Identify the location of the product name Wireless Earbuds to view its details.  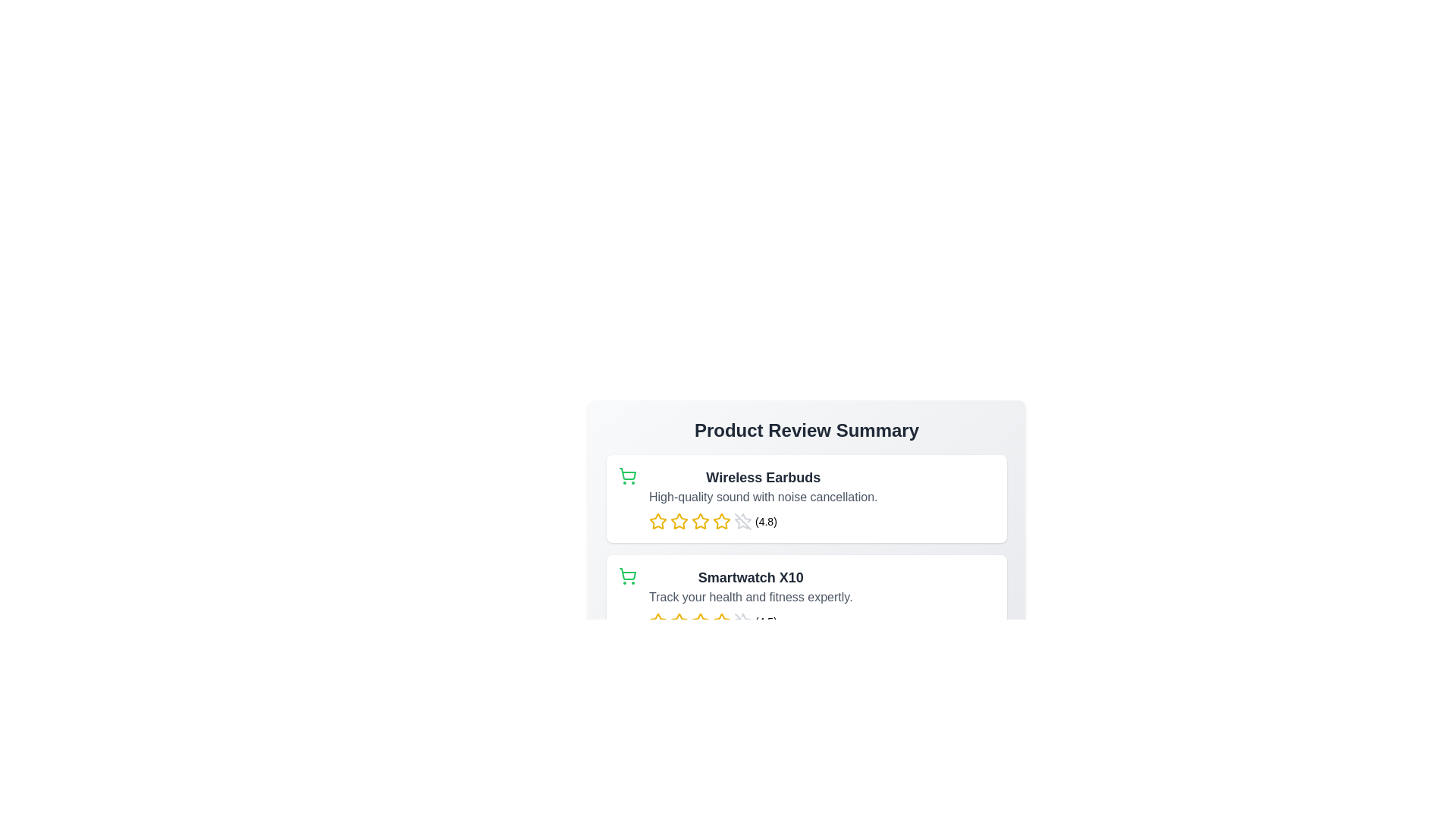
(763, 476).